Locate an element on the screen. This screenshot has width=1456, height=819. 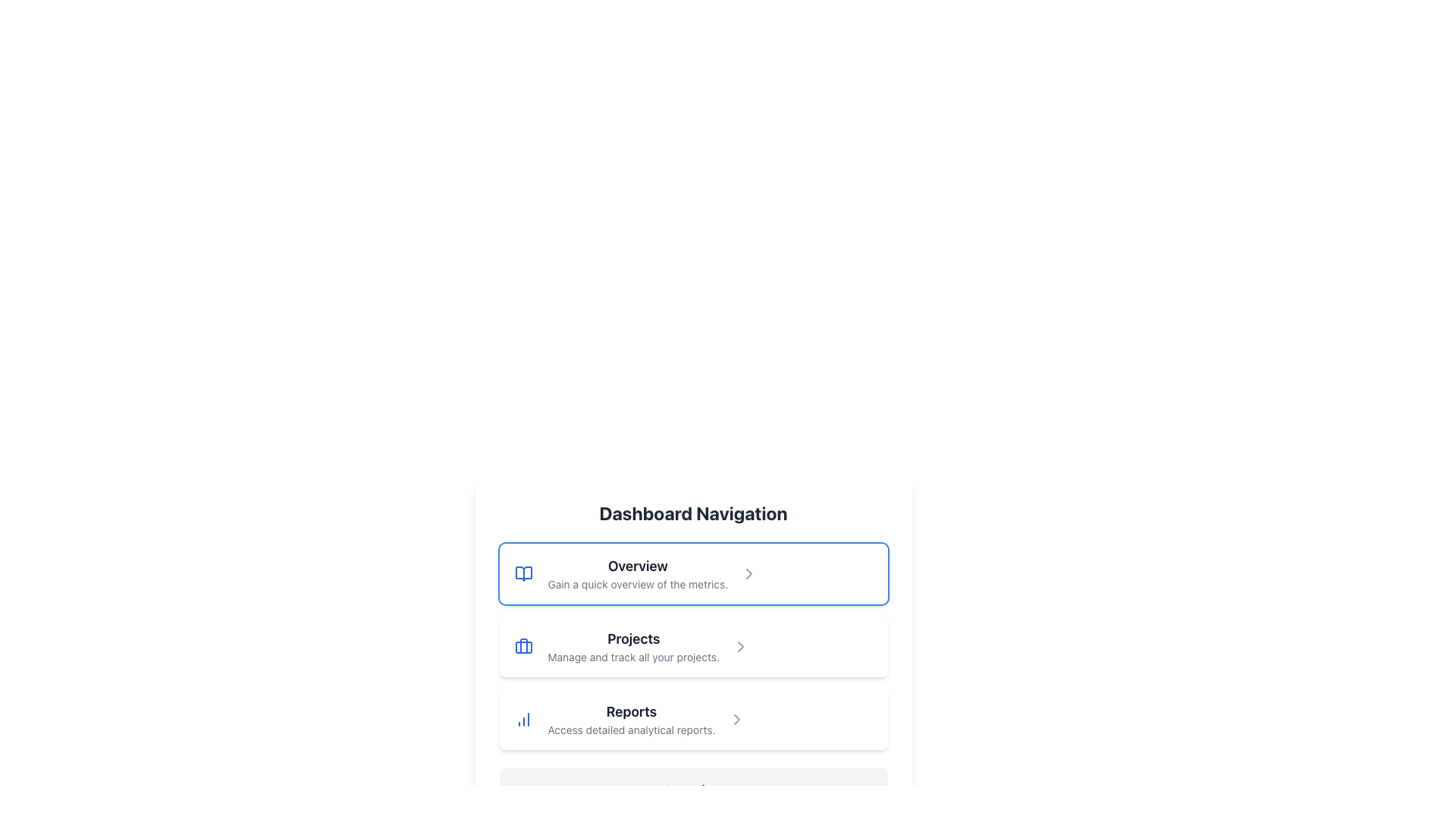
the 'Projects' navigation item in the Dashboard Navigation list is located at coordinates (692, 646).